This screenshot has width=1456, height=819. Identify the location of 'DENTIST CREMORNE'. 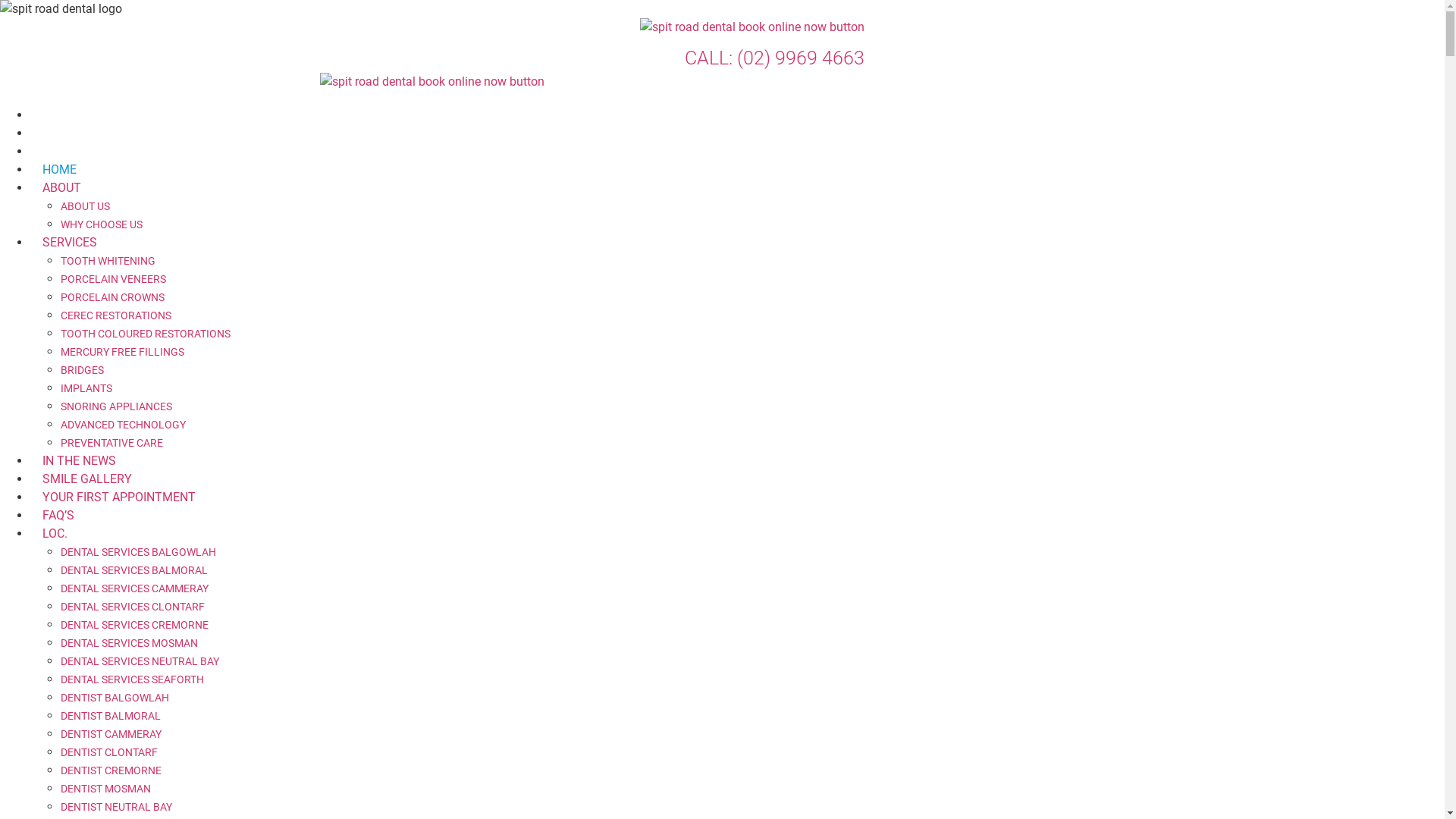
(110, 770).